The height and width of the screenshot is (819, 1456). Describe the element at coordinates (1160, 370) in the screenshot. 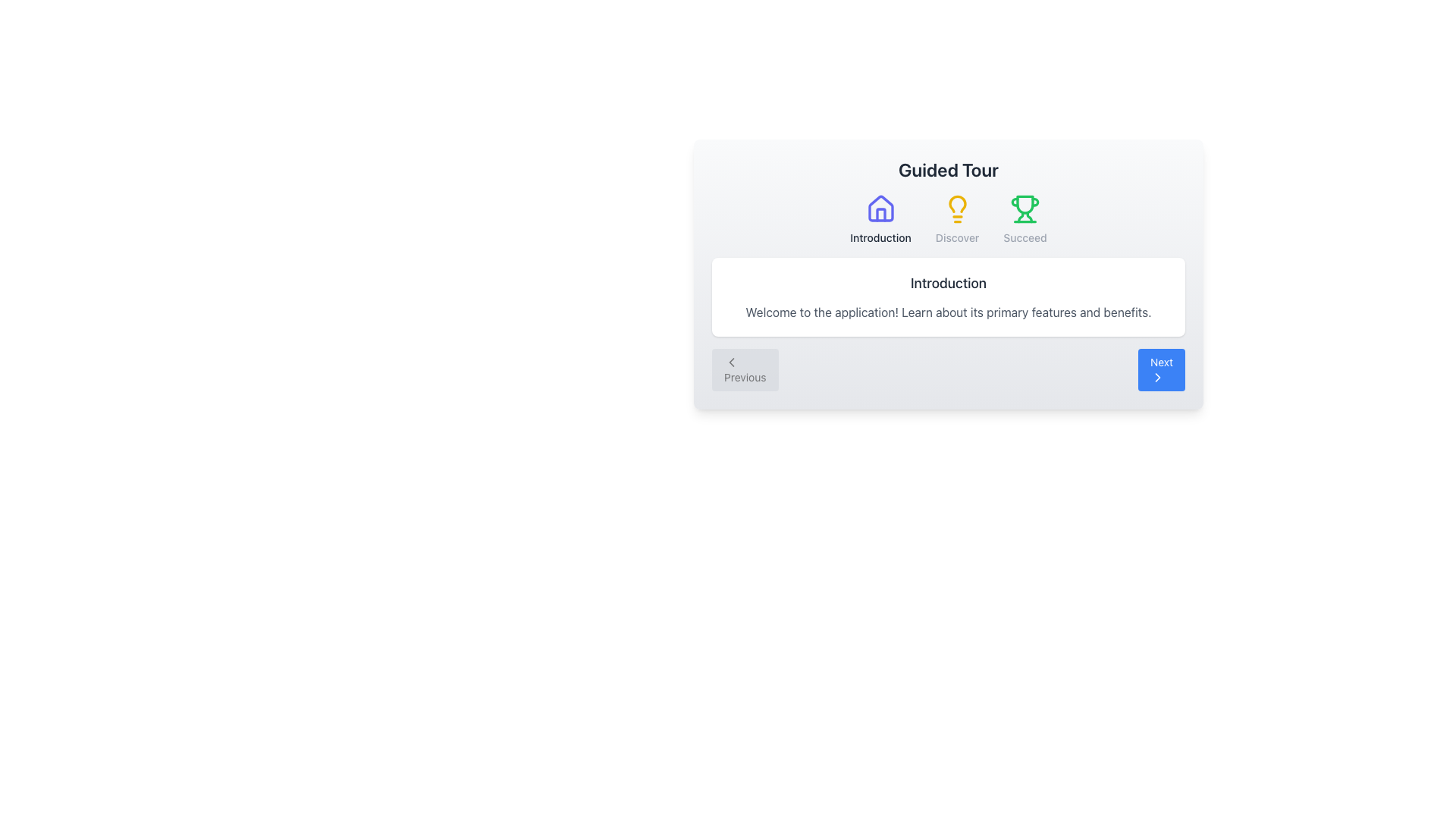

I see `the 'Next' button located in the lower-right corner of the navigation controls to proceed to the next step` at that location.